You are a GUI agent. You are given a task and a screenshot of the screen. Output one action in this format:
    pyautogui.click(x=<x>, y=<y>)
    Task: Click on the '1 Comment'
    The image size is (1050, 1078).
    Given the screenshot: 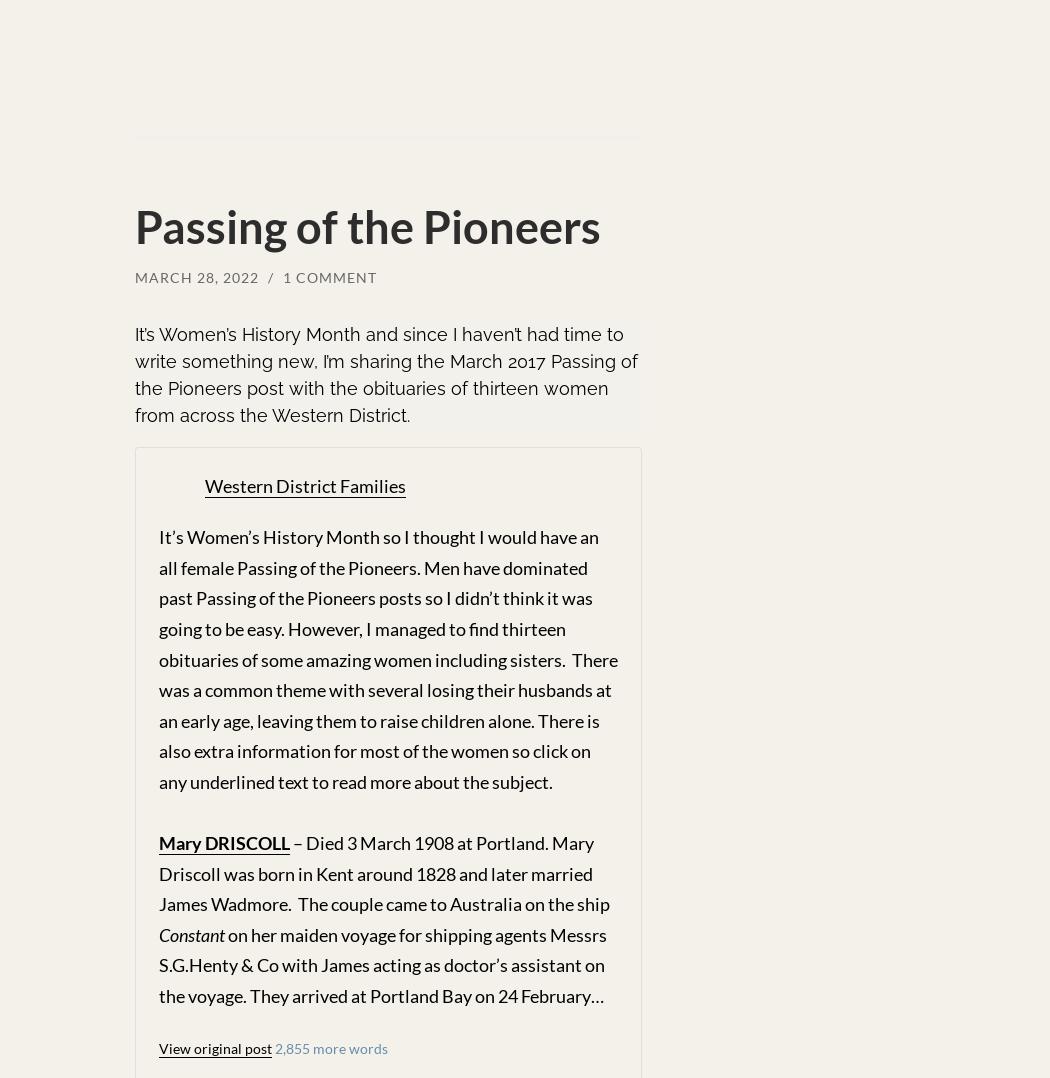 What is the action you would take?
    pyautogui.click(x=281, y=277)
    